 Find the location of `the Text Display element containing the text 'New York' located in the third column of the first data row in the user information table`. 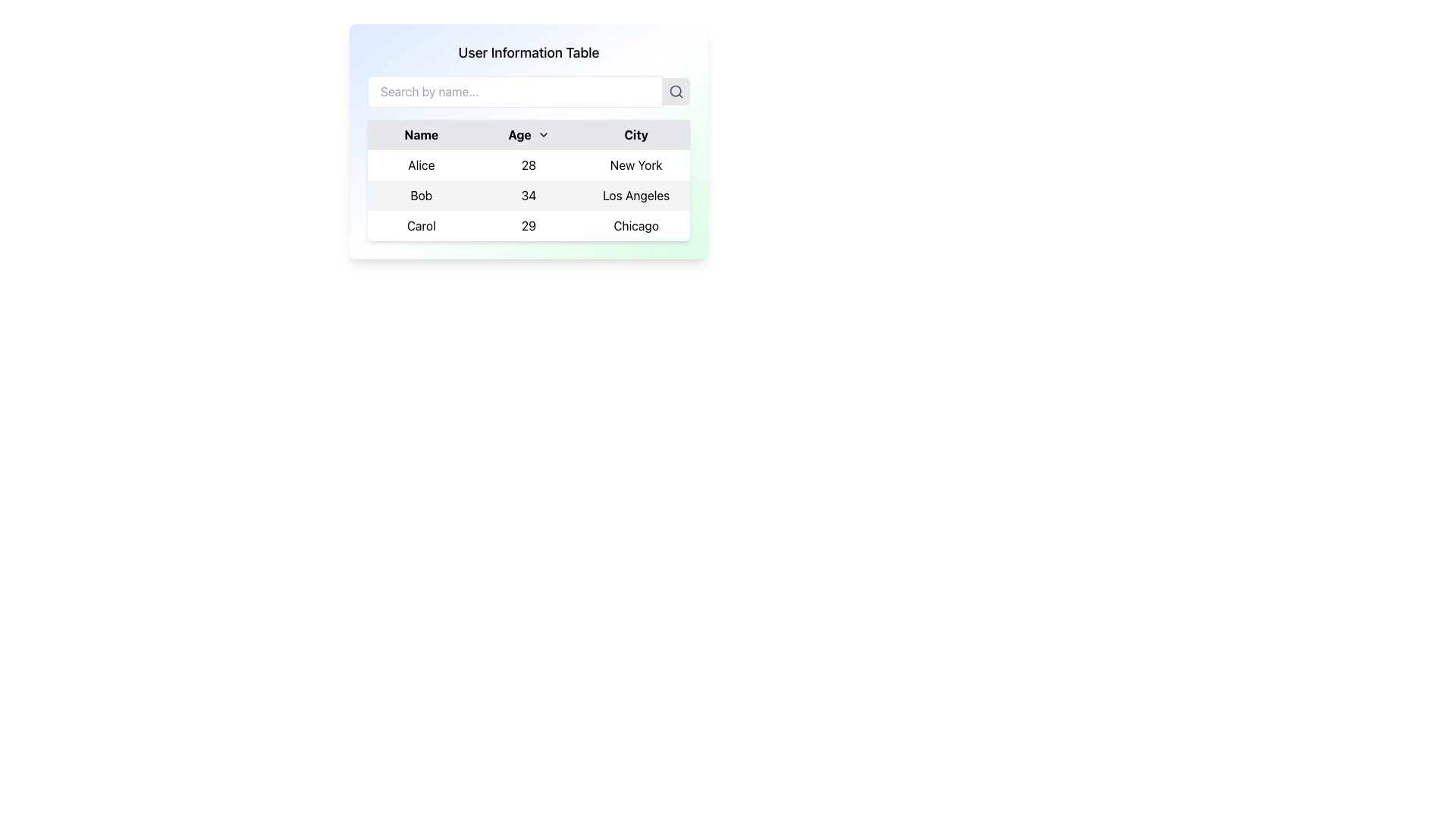

the Text Display element containing the text 'New York' located in the third column of the first data row in the user information table is located at coordinates (636, 165).